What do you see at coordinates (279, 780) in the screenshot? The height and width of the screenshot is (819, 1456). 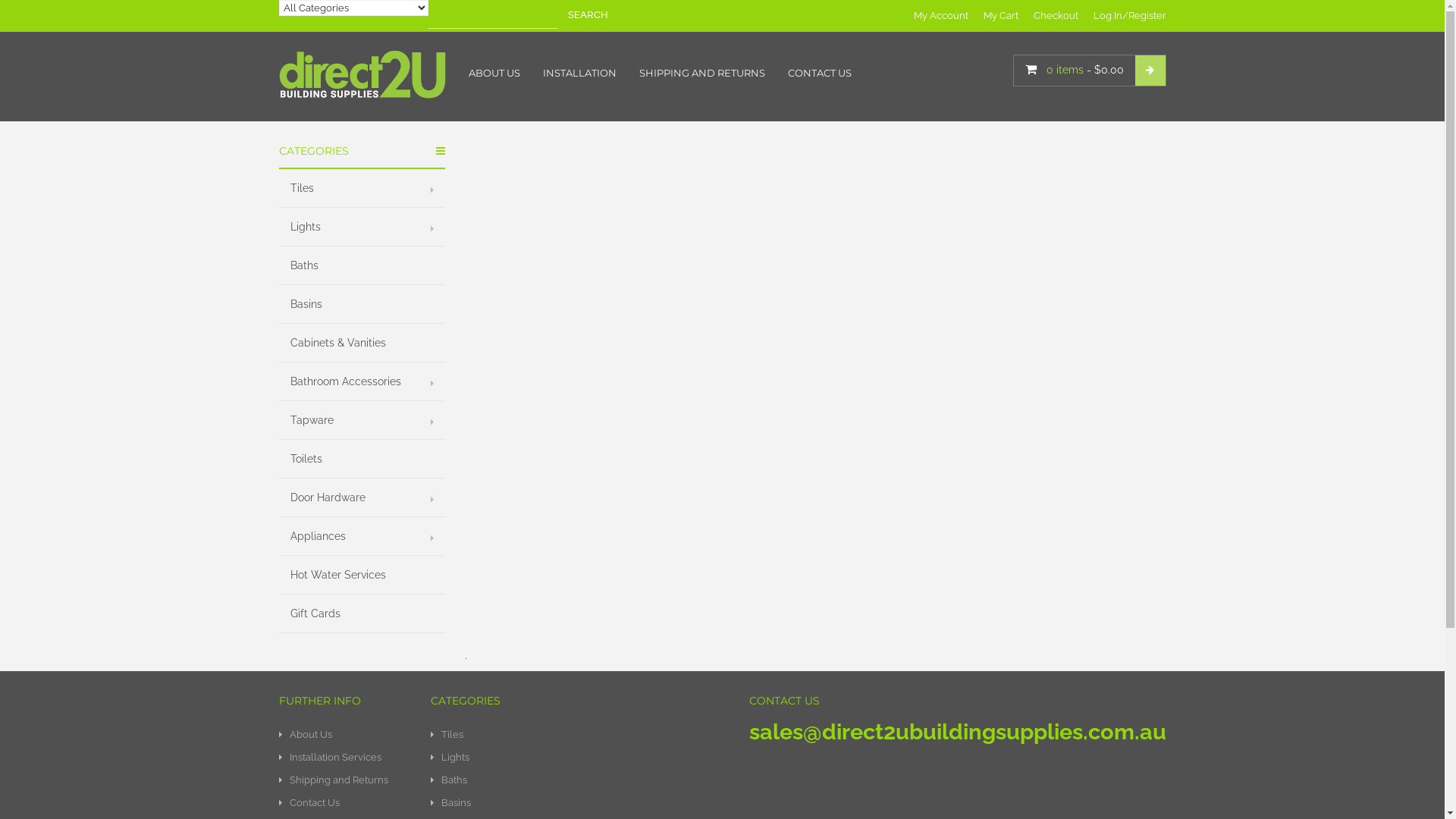 I see `'Shipping and Returns'` at bounding box center [279, 780].